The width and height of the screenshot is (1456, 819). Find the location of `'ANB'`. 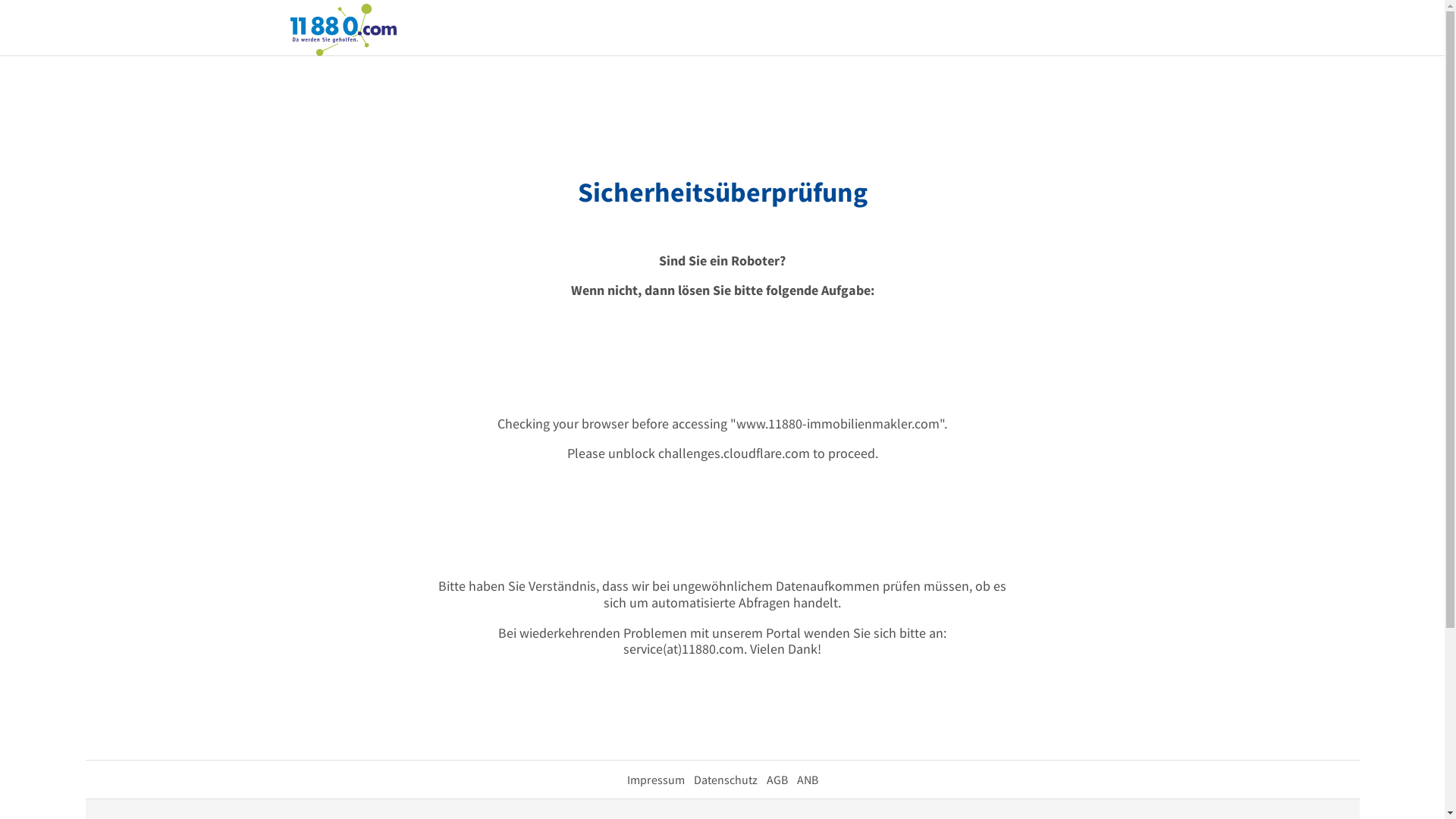

'ANB' is located at coordinates (806, 780).